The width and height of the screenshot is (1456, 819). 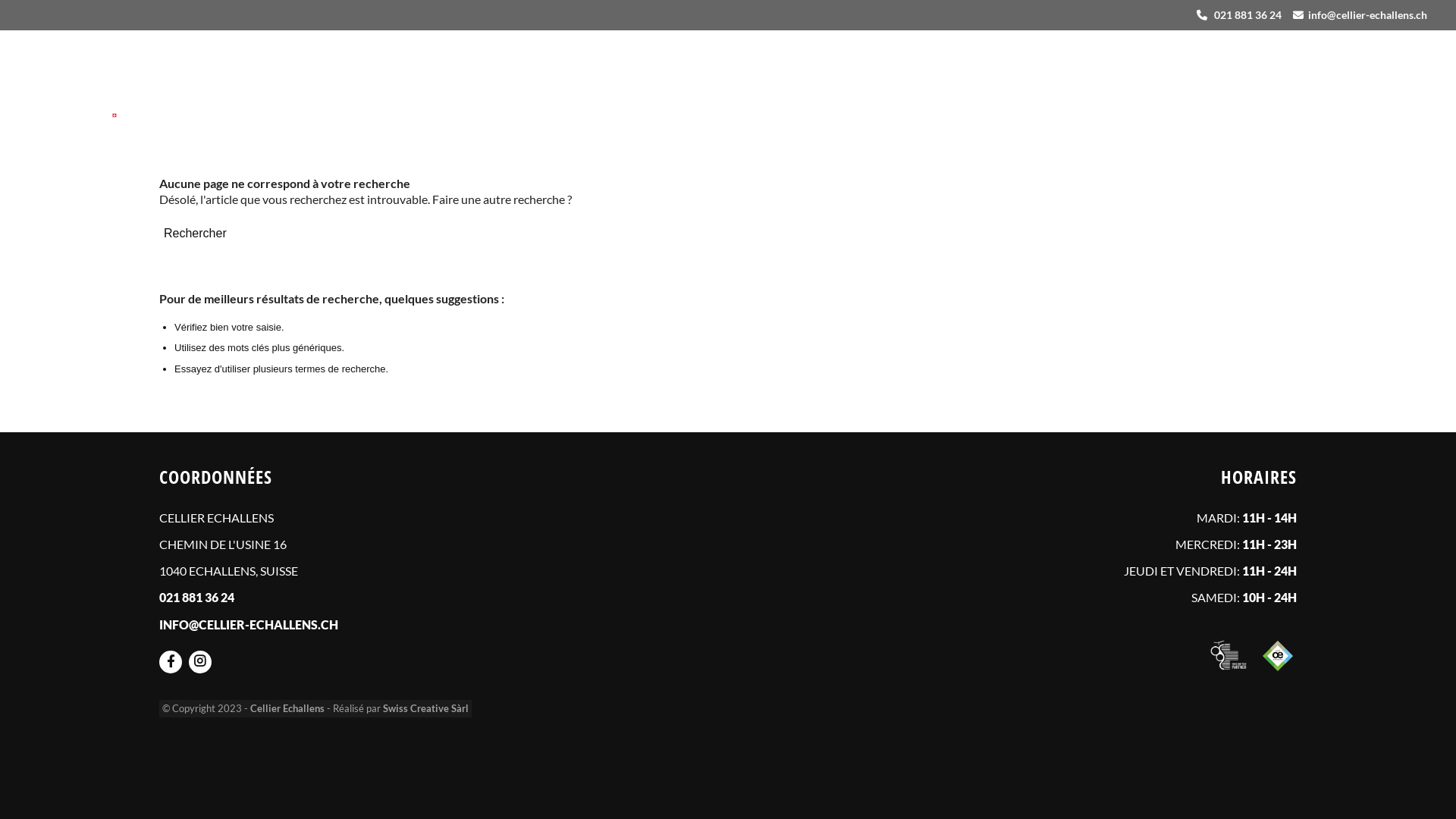 I want to click on 'logo-2023', so click(x=72, y=78).